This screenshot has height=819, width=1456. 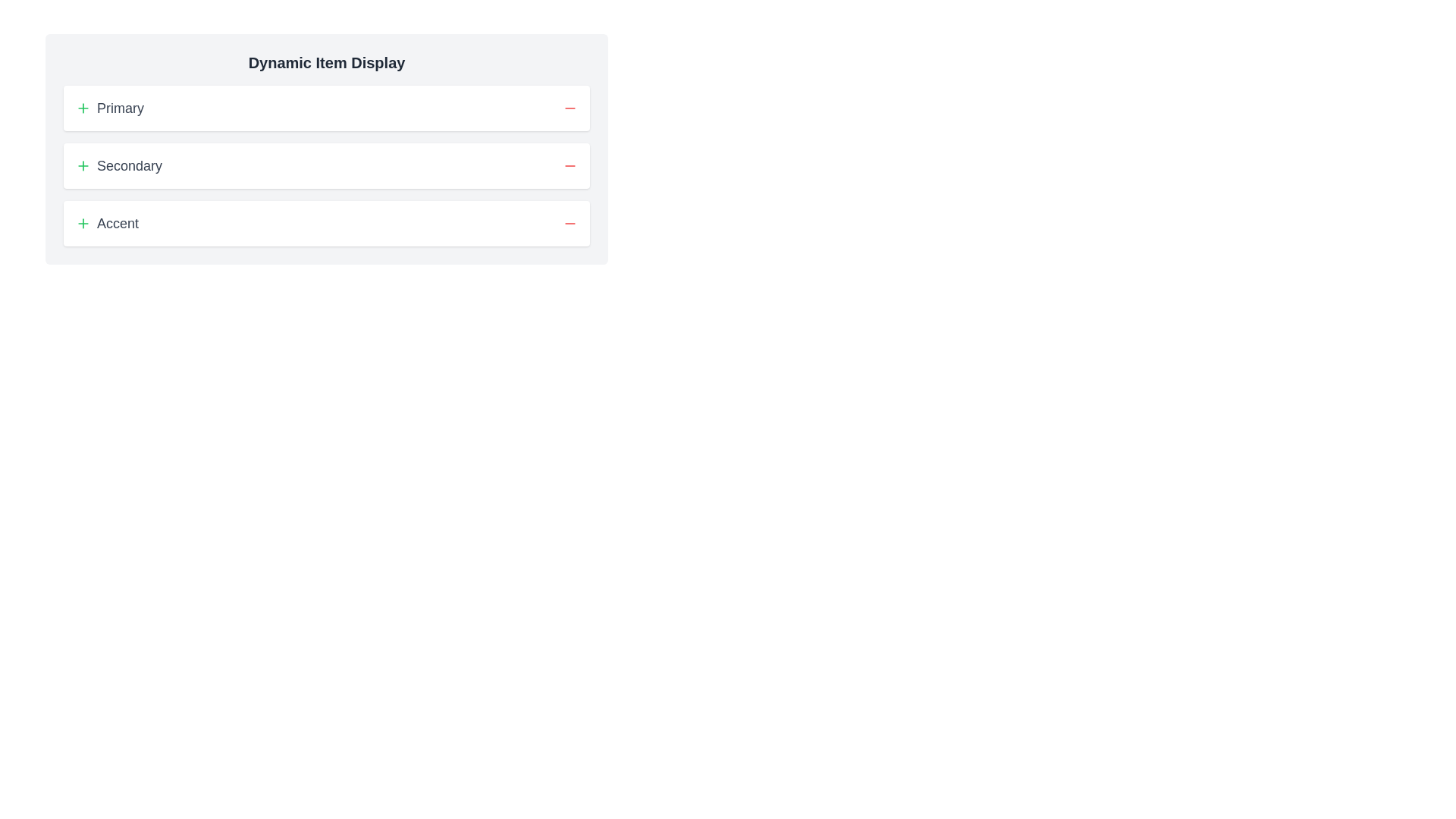 I want to click on the green stroke plus icon styled with Lucide, located to the left of the 'Primary' text in the top row of the list-like interface, so click(x=83, y=107).